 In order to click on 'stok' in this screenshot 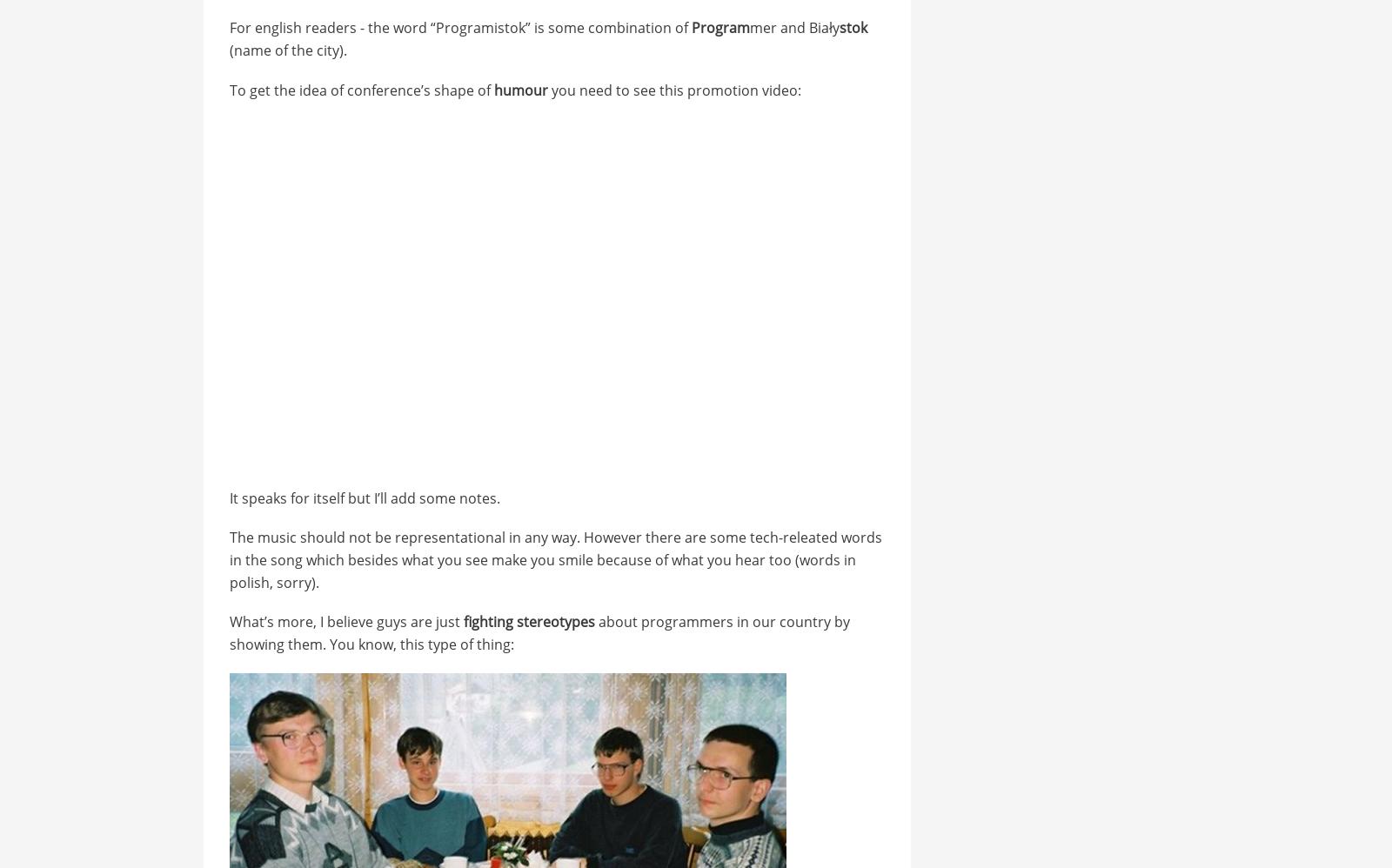, I will do `click(852, 28)`.